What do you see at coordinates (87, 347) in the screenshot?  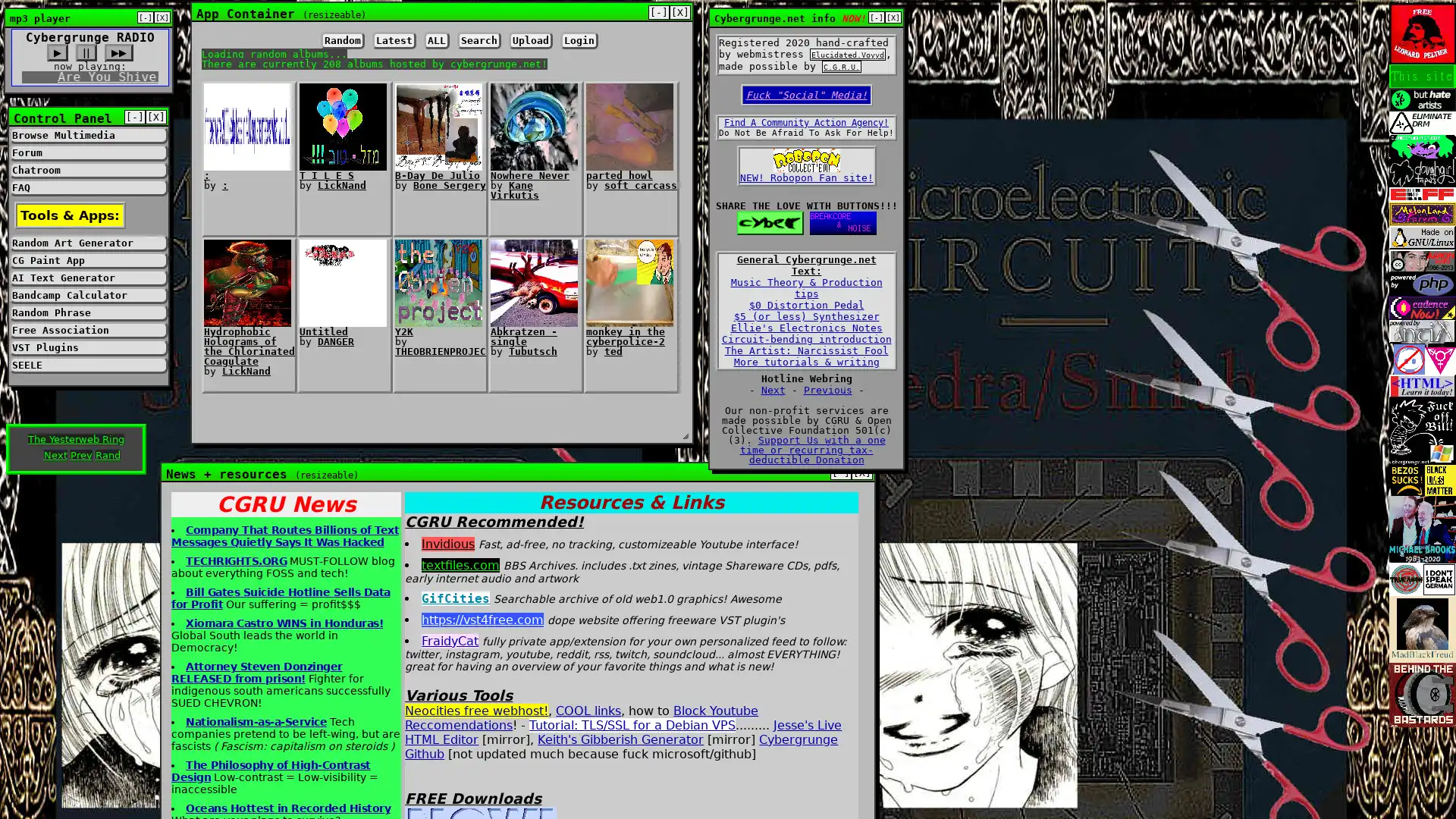 I see `VST Plugins` at bounding box center [87, 347].